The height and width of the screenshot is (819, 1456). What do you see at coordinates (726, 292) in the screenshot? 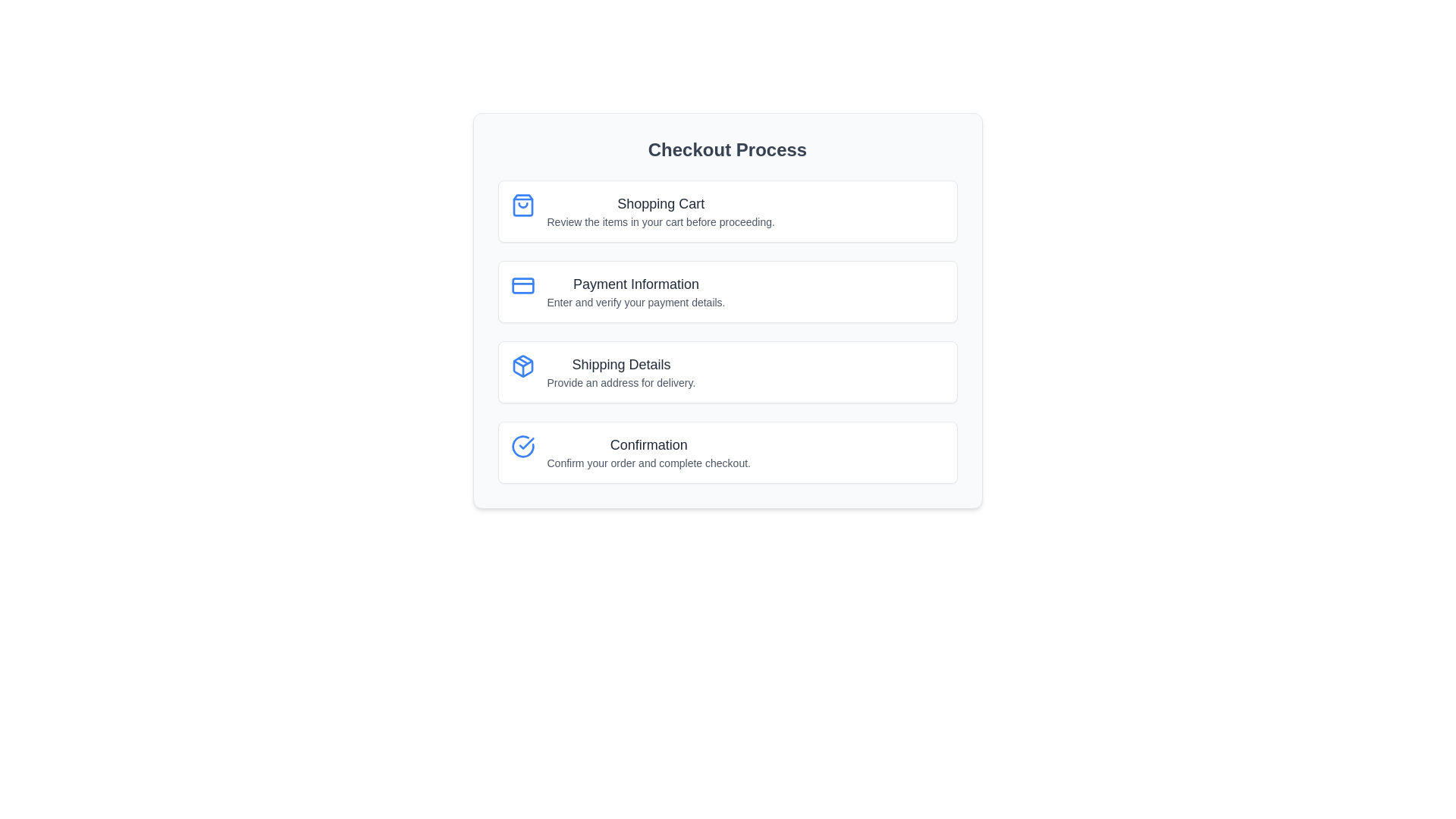
I see `to select the instructional section for providing and verifying payment information located in the card-style layout titled 'Checkout Process', which is beneath the 'Shopping Cart' section` at bounding box center [726, 292].